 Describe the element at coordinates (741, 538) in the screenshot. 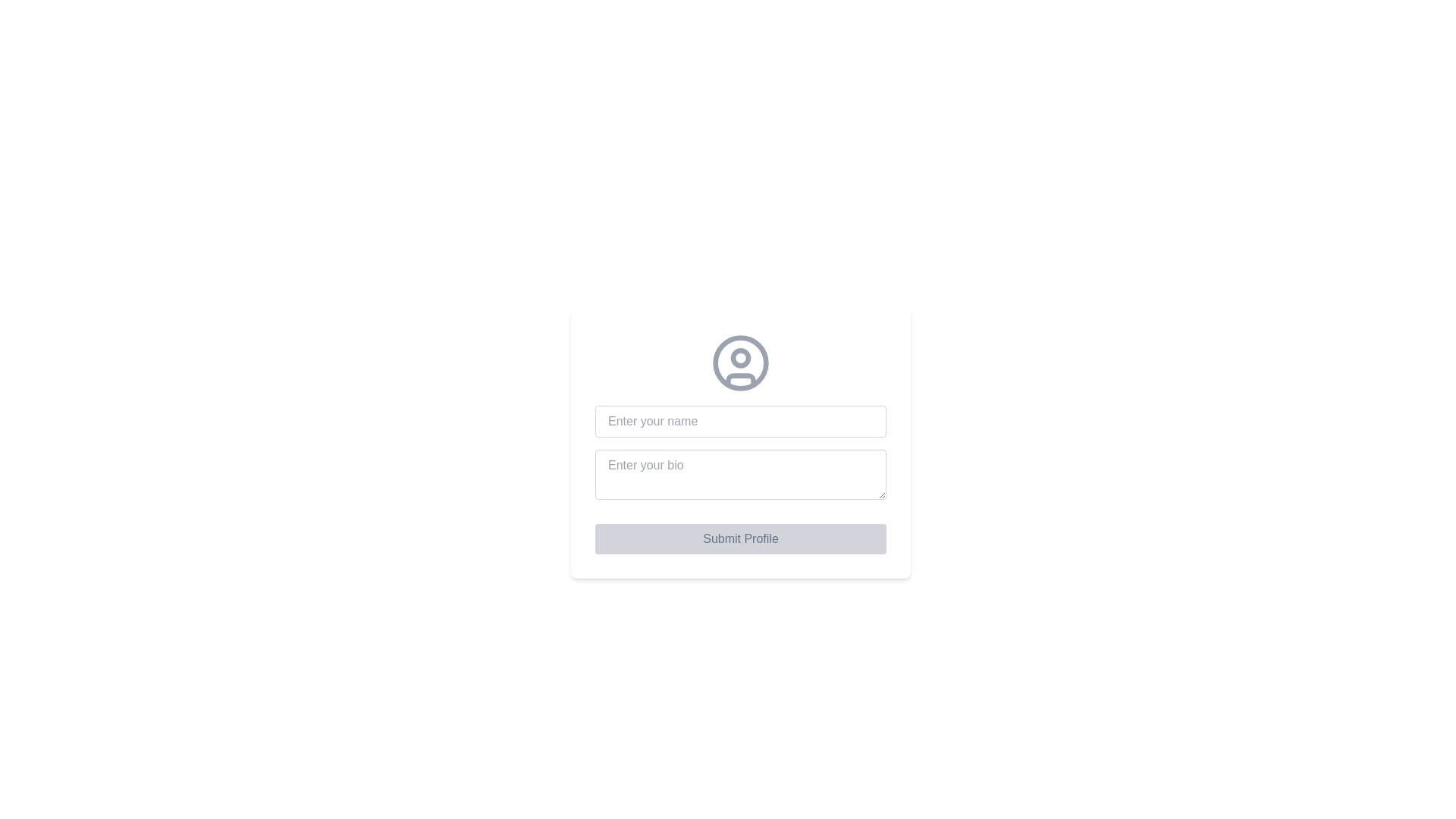

I see `the submit button for user profile information located at the bottom of the layout beneath the text input fields, which is currently inactive and styled with a white background and rounded corners` at that location.